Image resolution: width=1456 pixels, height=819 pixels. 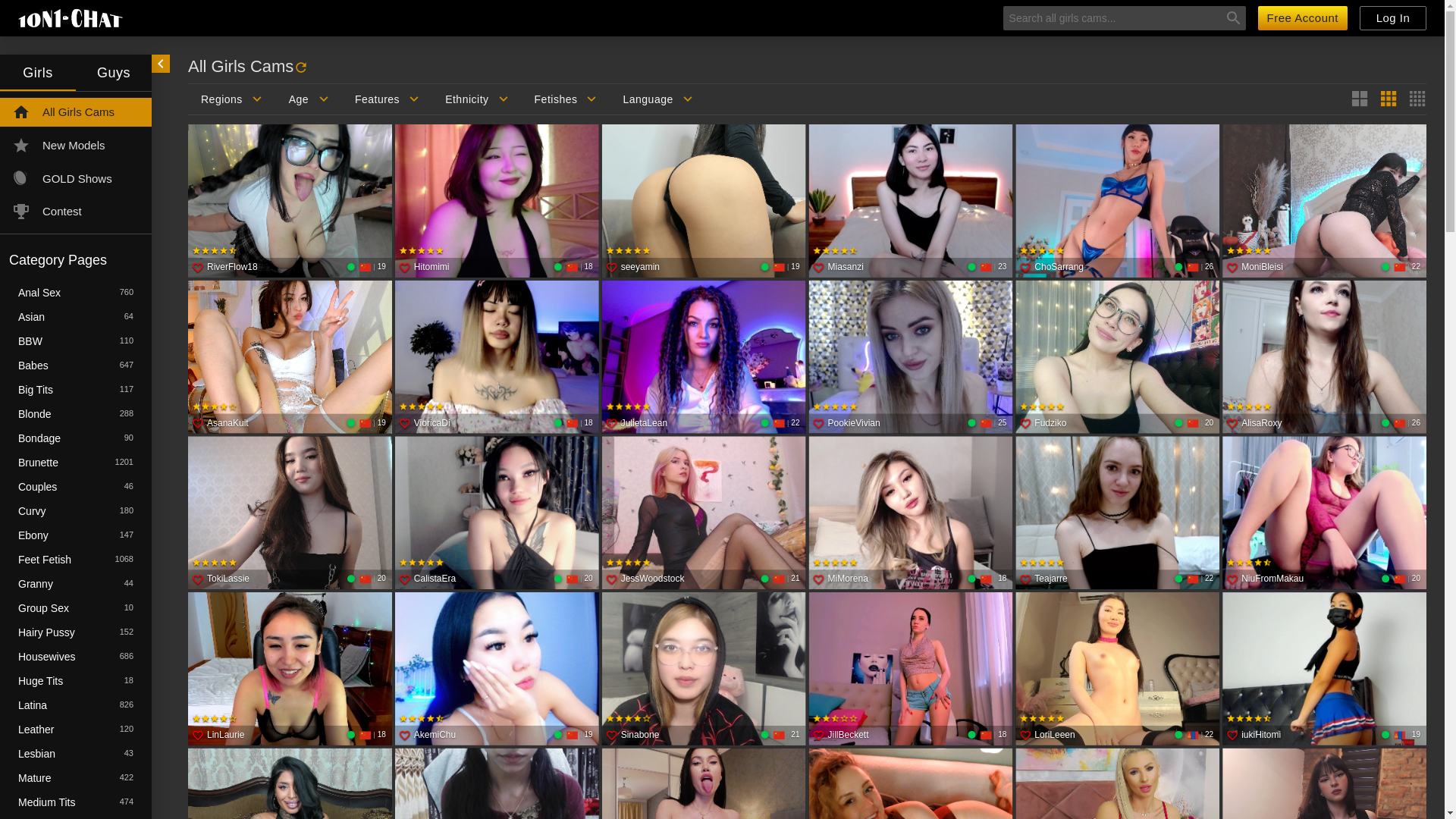 What do you see at coordinates (1117, 669) in the screenshot?
I see `'LoriLeeen` at bounding box center [1117, 669].